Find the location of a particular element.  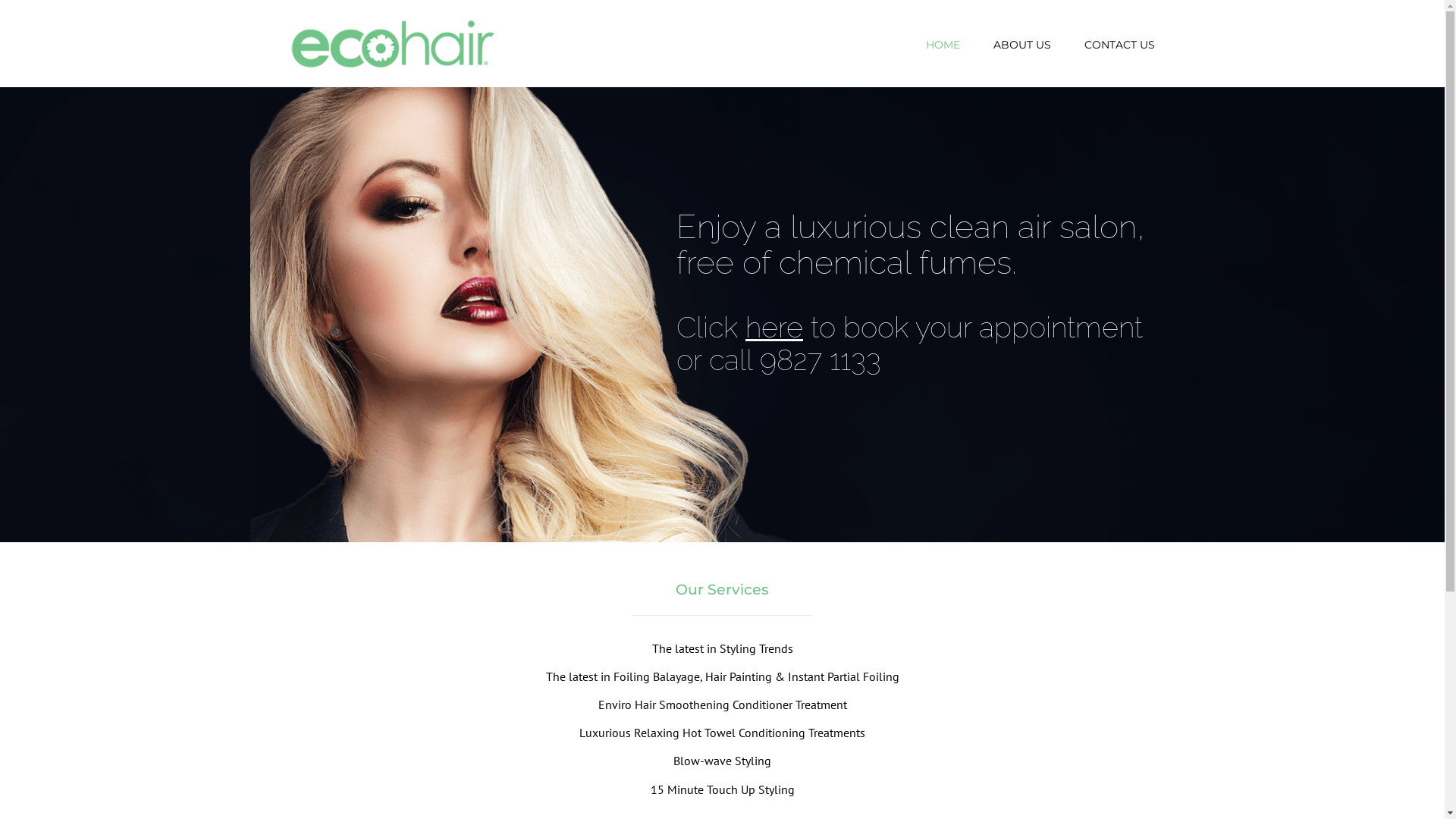

'HOME' is located at coordinates (941, 43).